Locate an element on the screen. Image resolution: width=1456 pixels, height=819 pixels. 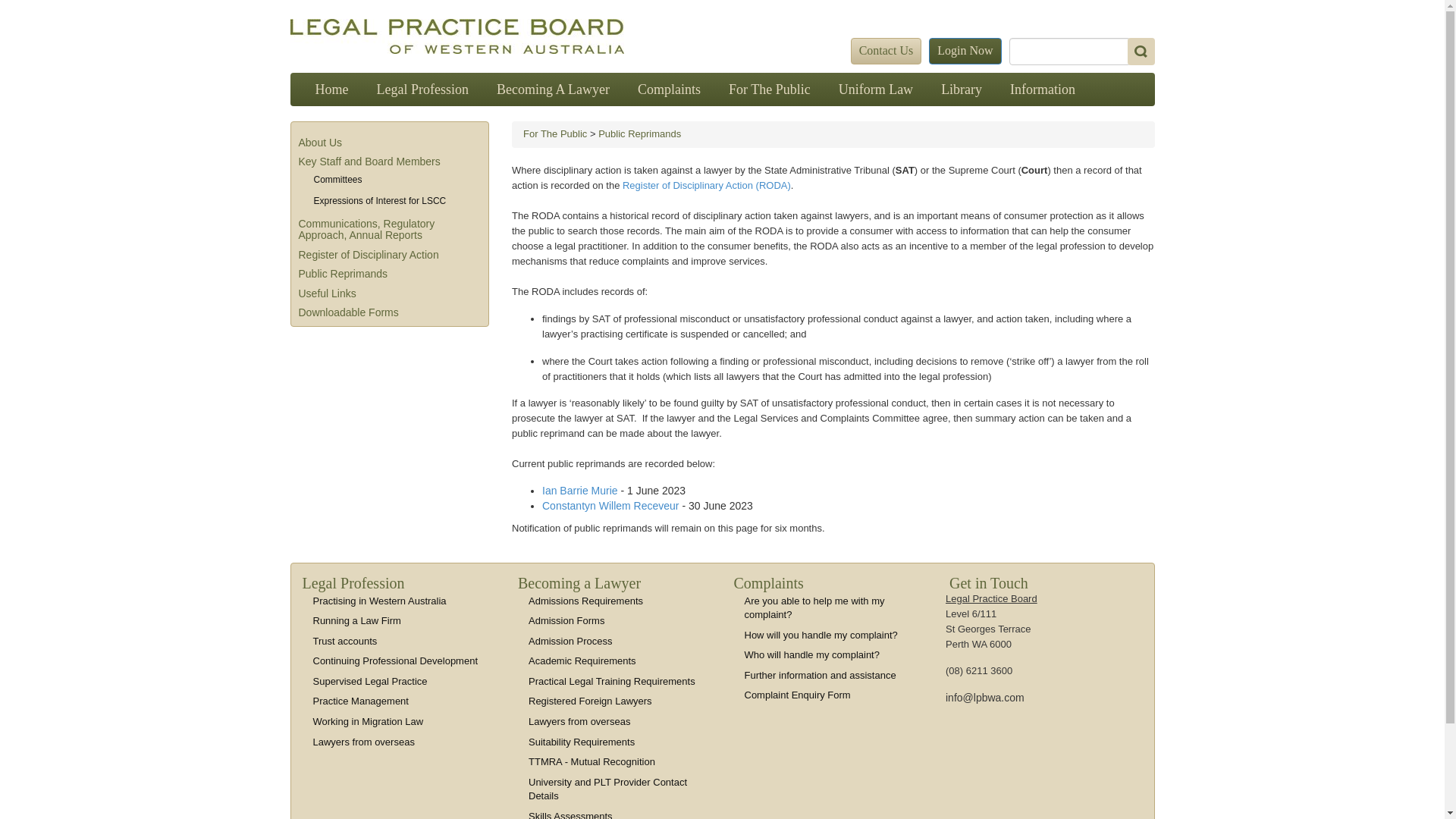
'Supervised Legal Practice' is located at coordinates (312, 680).